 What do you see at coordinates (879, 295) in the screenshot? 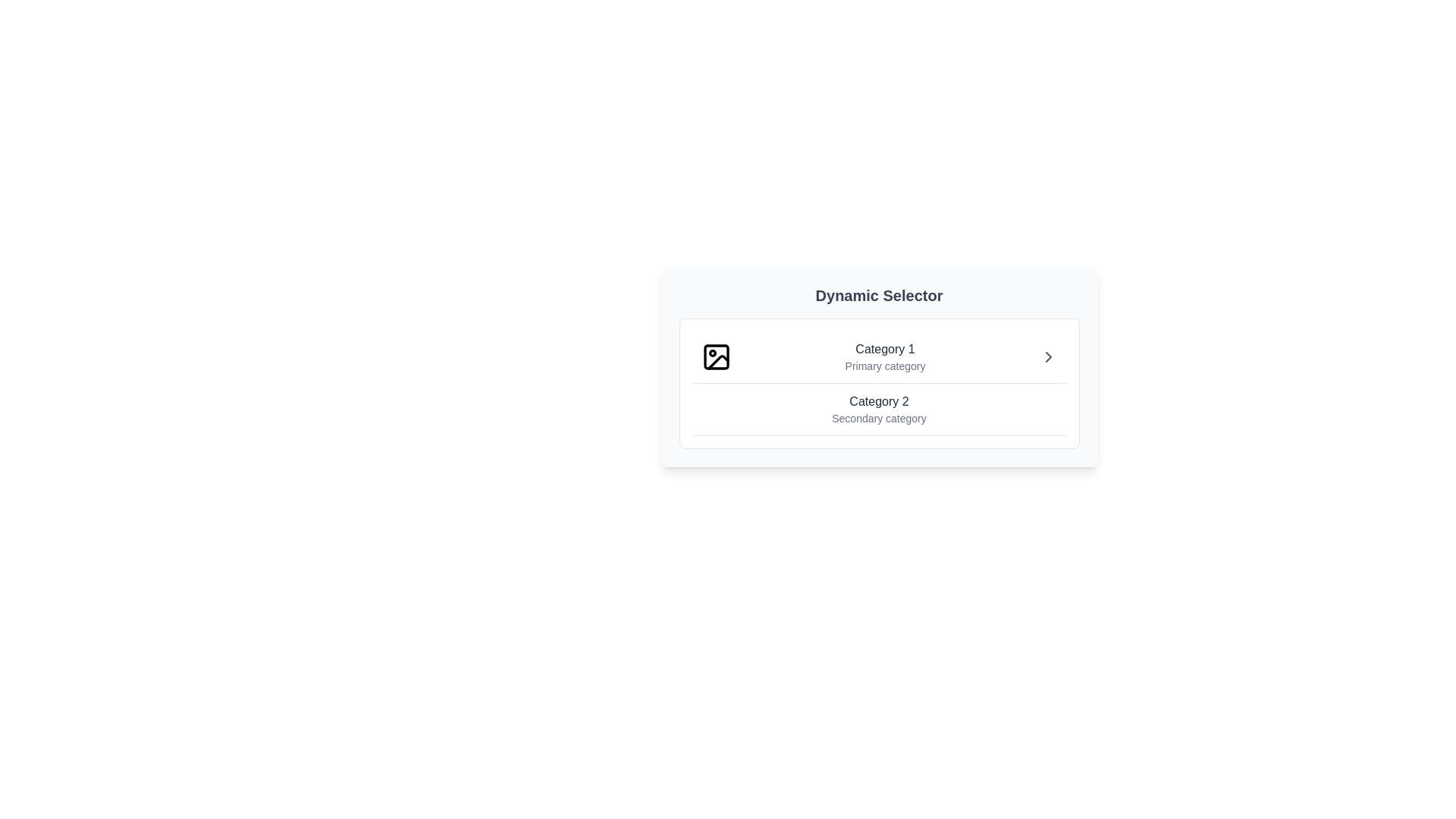
I see `text of the Text label, which serves as the title for the content section above the categories 'Category 1' and 'Category 2'` at bounding box center [879, 295].